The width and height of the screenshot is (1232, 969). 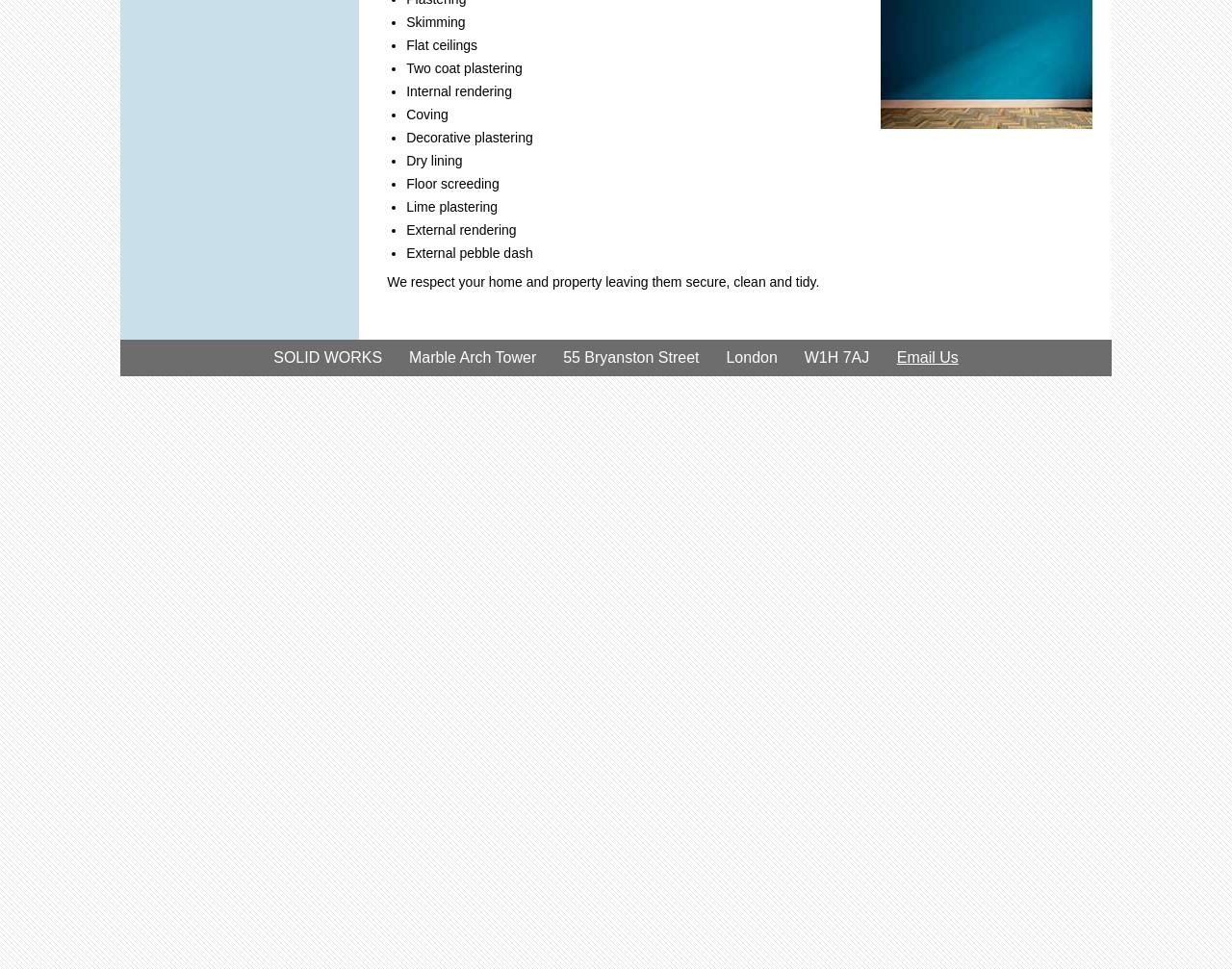 What do you see at coordinates (457, 90) in the screenshot?
I see `'Internal rendering'` at bounding box center [457, 90].